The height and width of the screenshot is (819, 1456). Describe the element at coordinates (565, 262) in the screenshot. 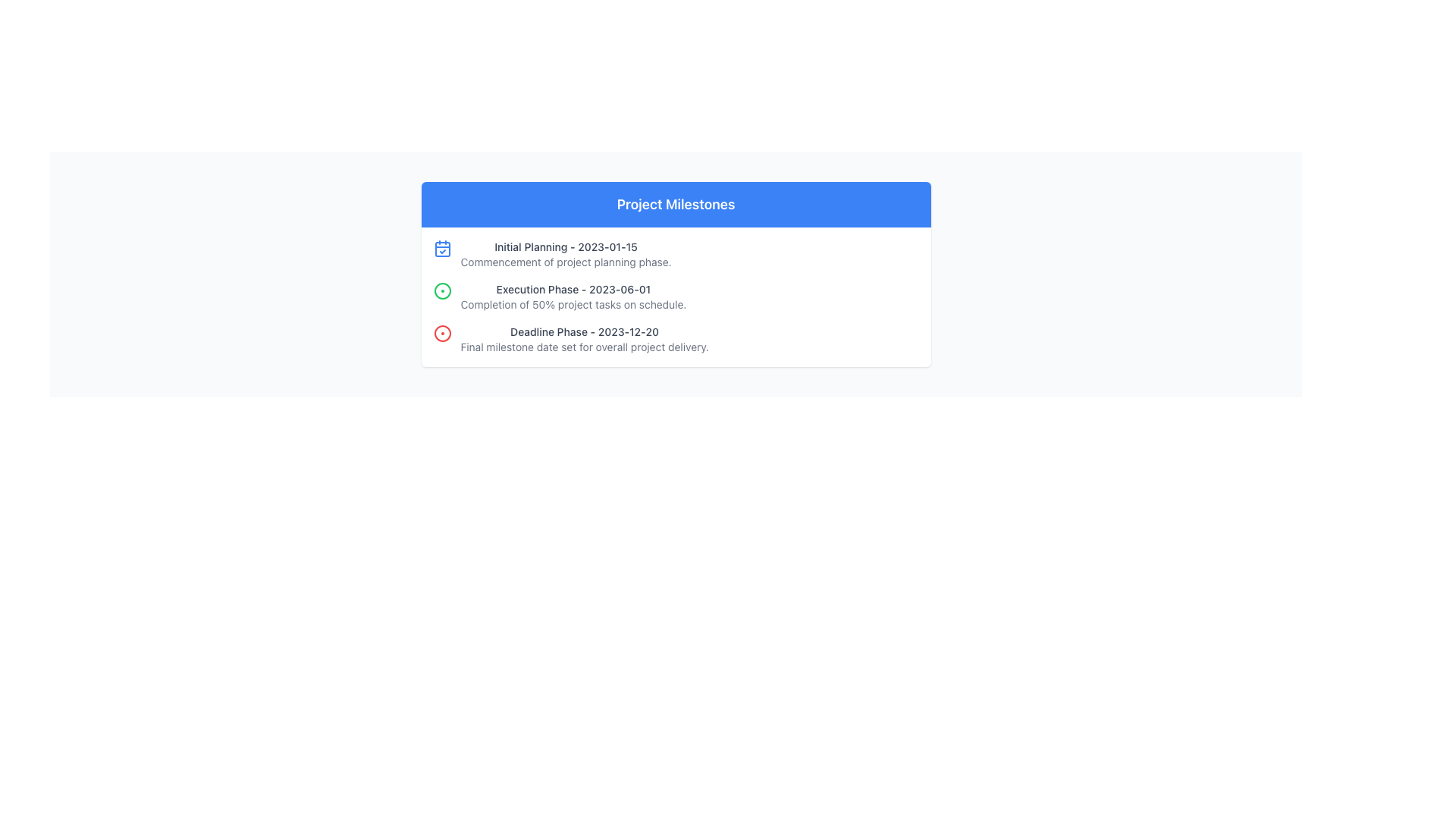

I see `the Text label that provides details about the milestone titled 'Initial Planning - 2023-01-15', located under the category 'Project Milestones'` at that location.